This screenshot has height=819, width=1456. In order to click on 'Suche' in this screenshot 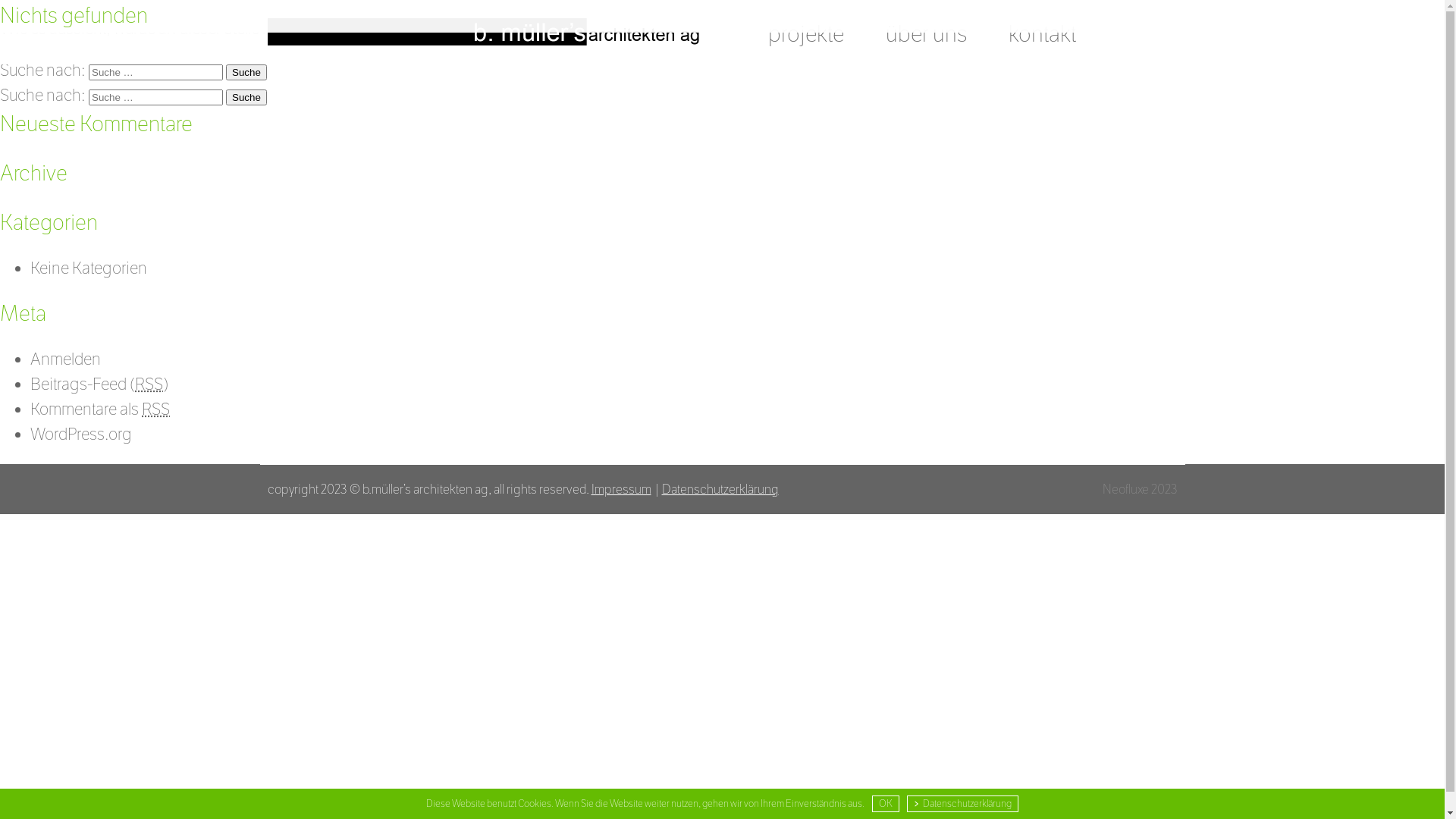, I will do `click(224, 97)`.